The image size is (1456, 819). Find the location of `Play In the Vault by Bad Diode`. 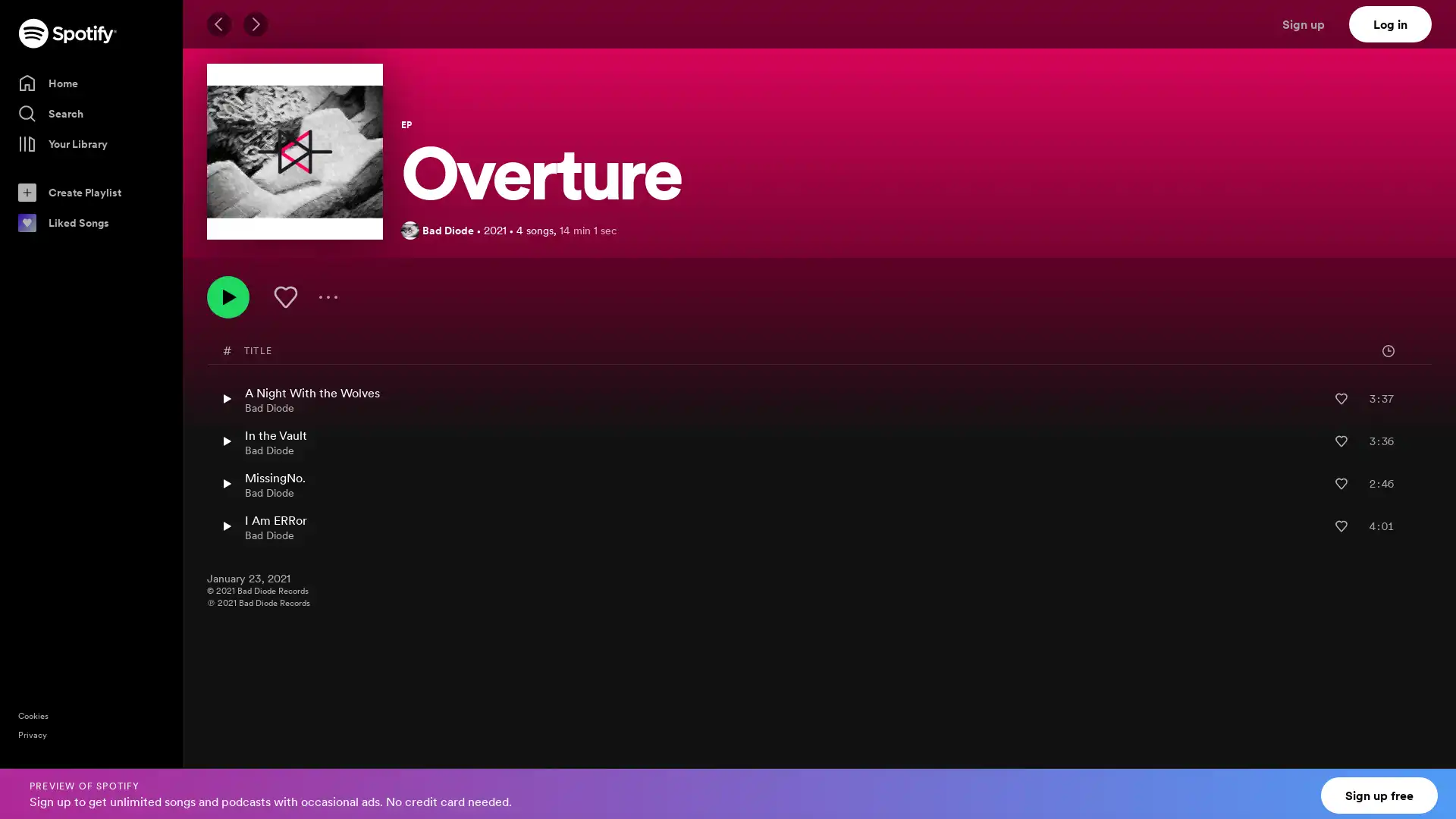

Play In the Vault by Bad Diode is located at coordinates (225, 441).